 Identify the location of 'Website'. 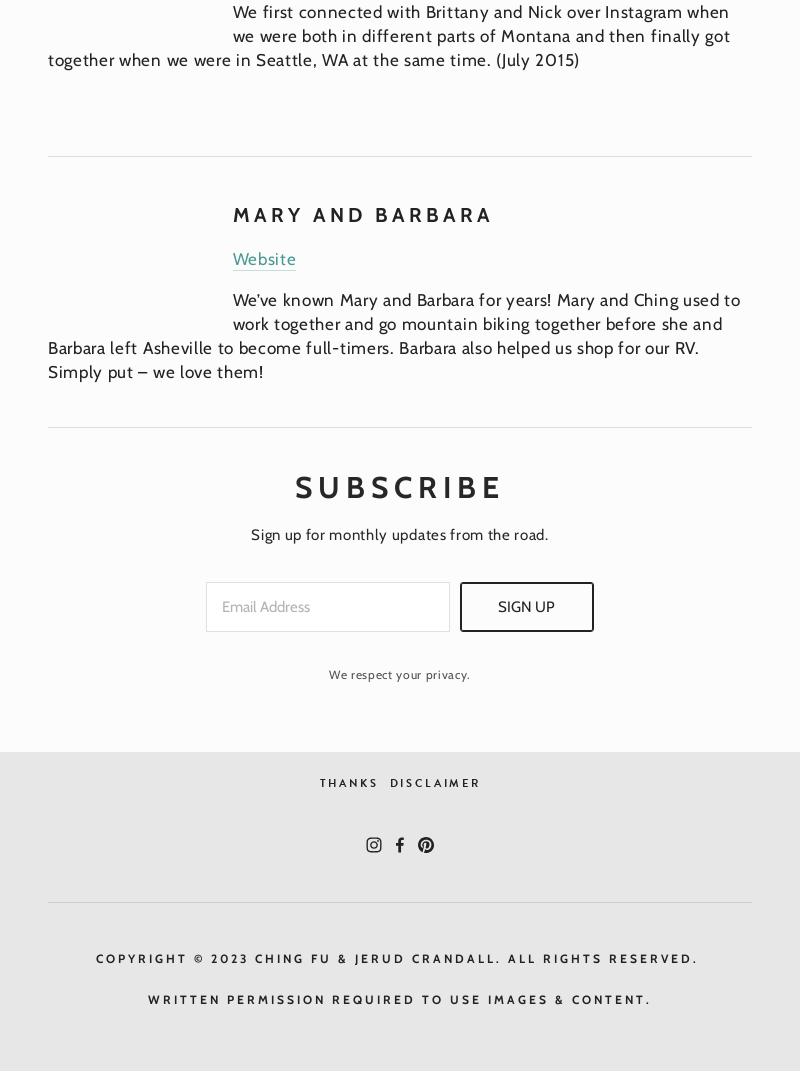
(263, 258).